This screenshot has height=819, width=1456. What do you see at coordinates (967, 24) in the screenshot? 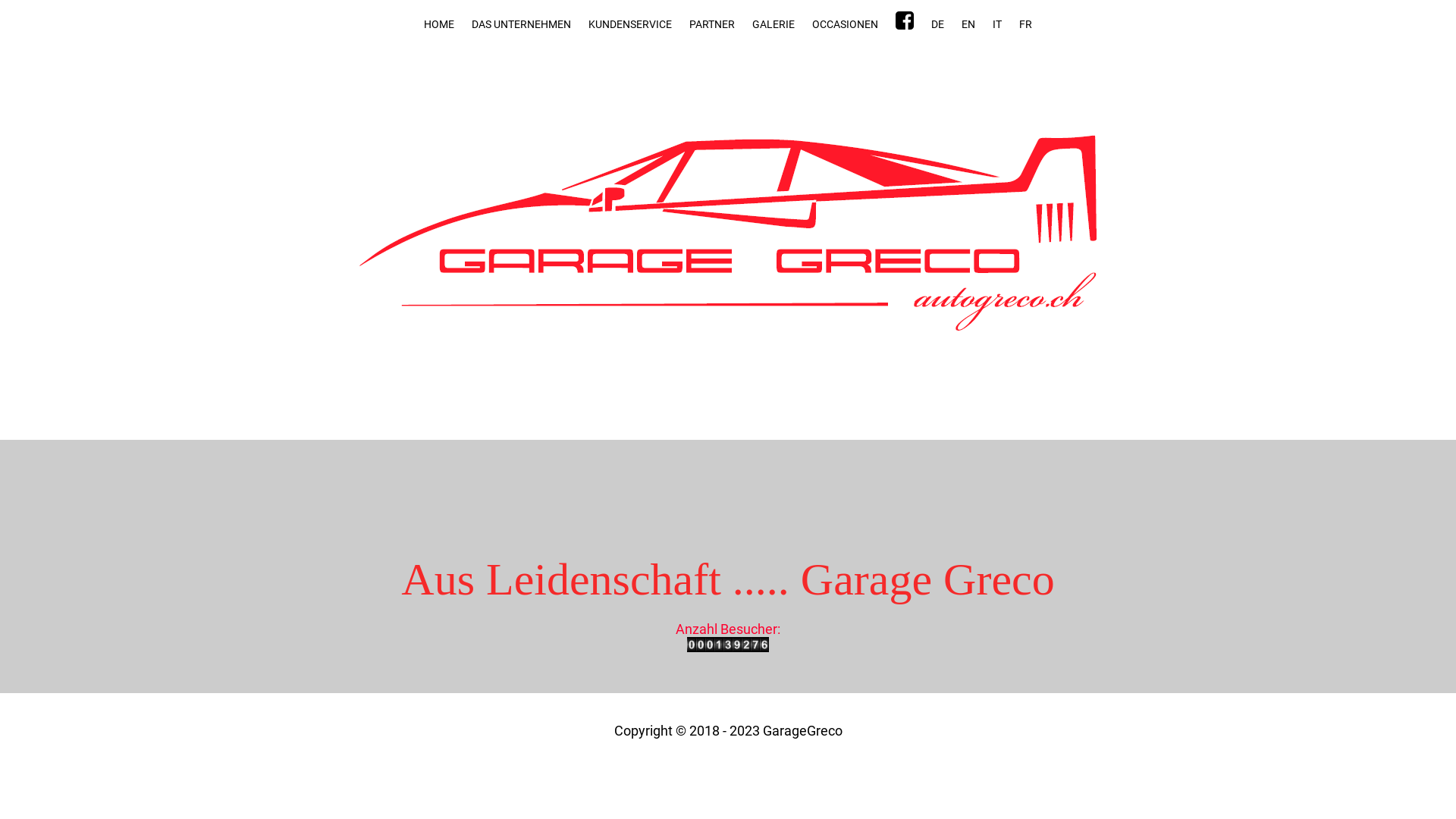
I see `'EN'` at bounding box center [967, 24].